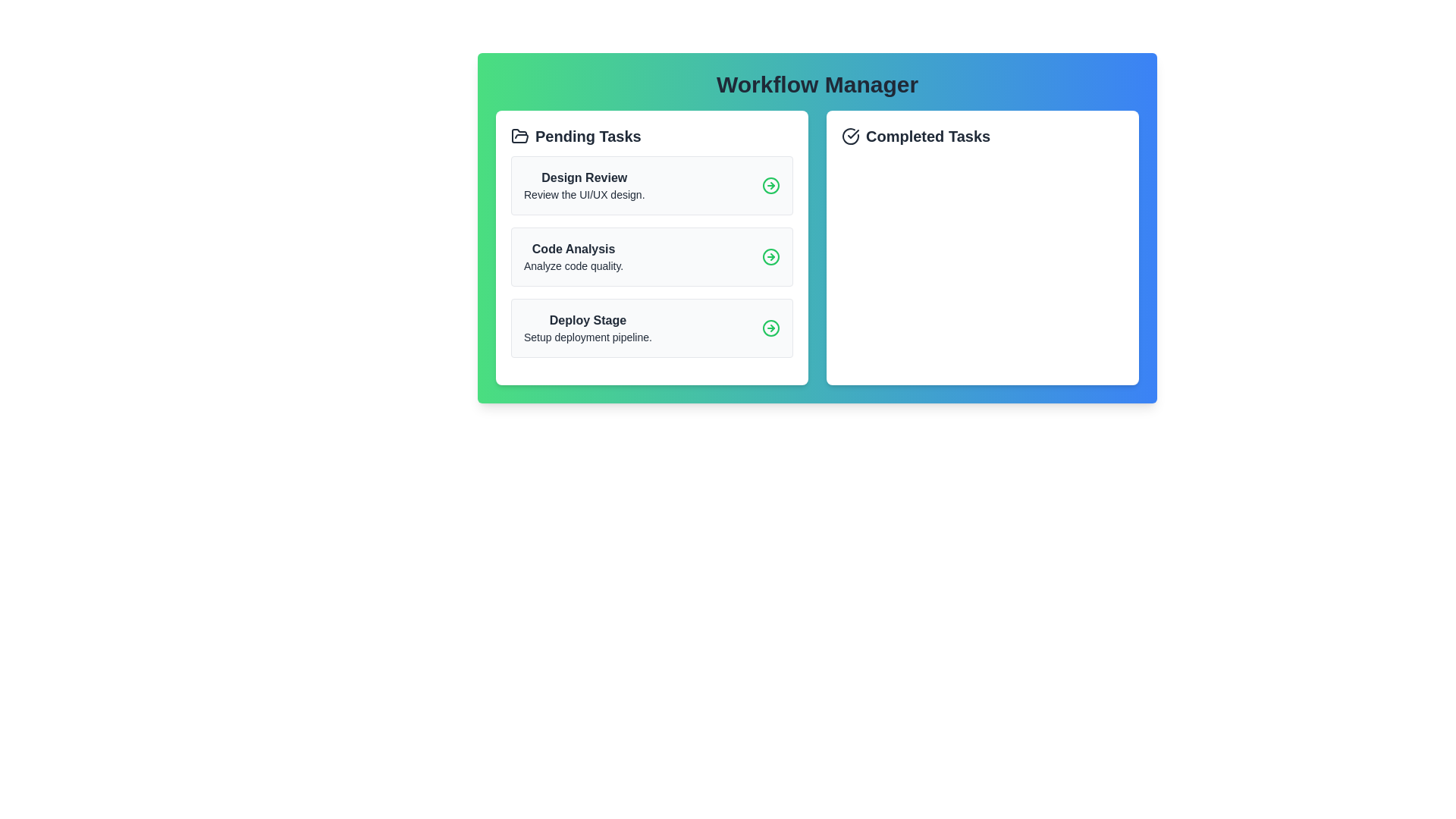 The width and height of the screenshot is (1456, 819). Describe the element at coordinates (771, 327) in the screenshot. I see `the circular icon button with a right-pointing arrow and a green border located in the 'Deploy Stage' section of the 'Pending Tasks' panel` at that location.